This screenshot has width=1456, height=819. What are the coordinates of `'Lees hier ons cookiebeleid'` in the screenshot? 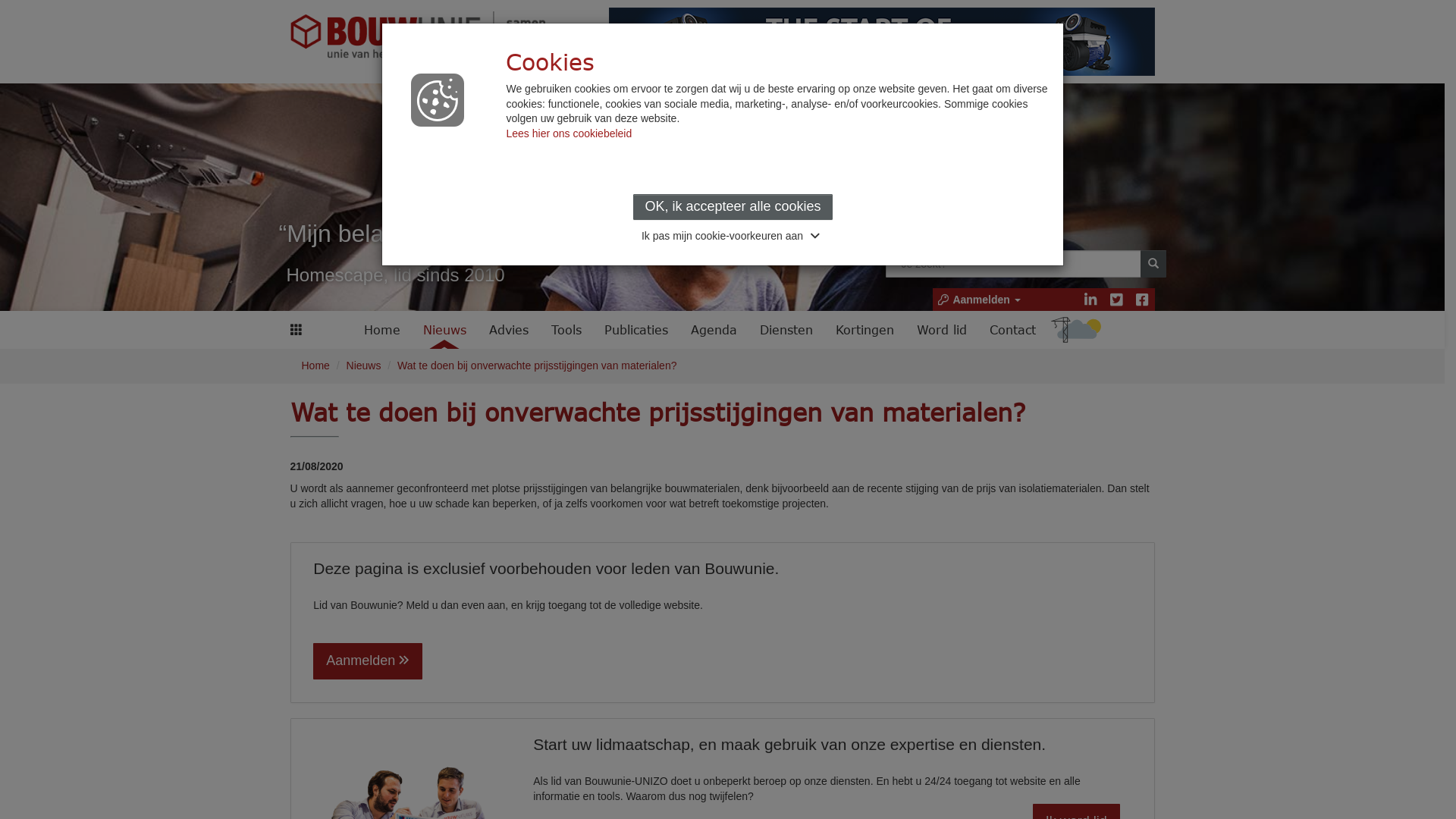 It's located at (506, 133).